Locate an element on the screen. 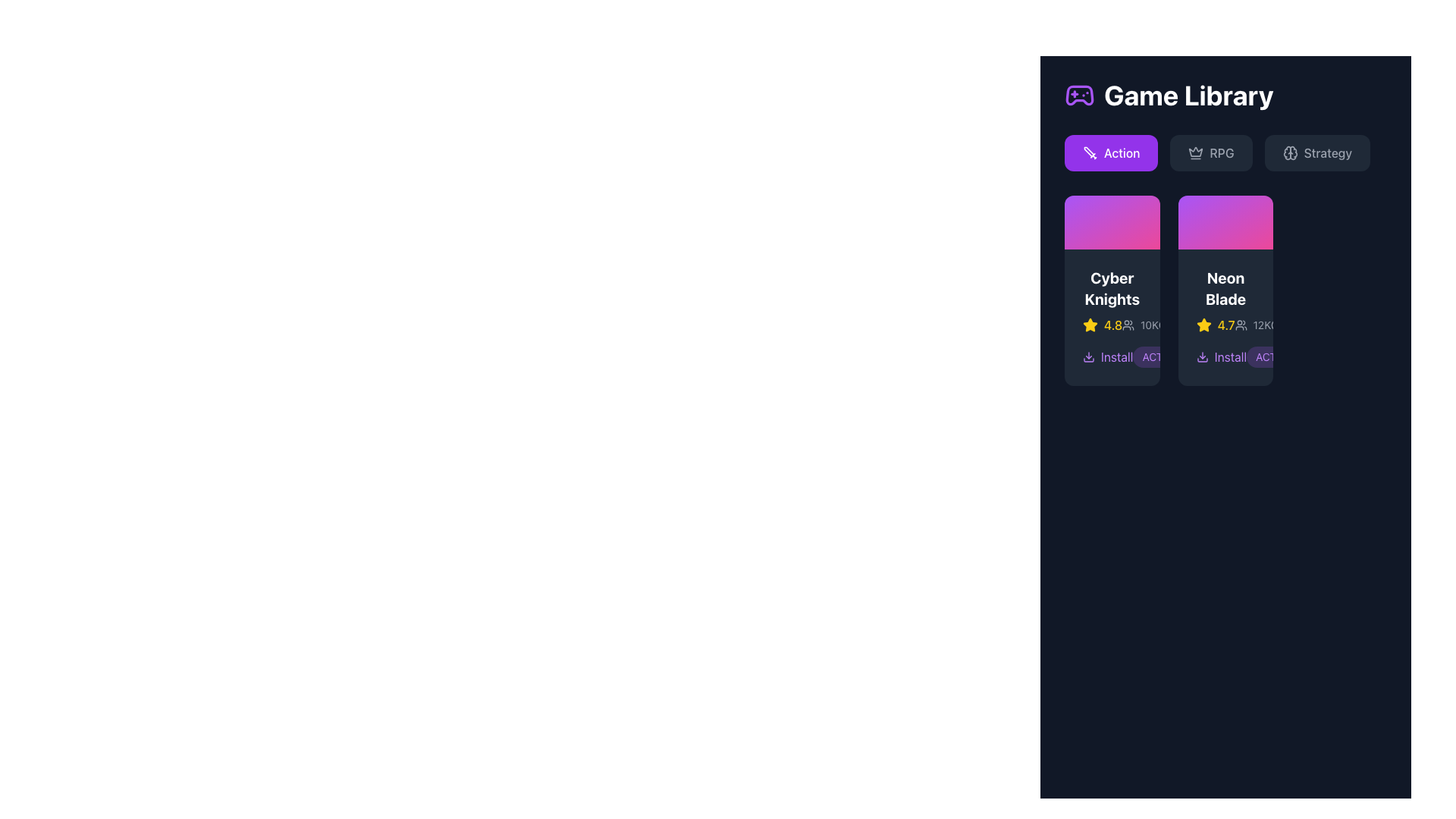 The image size is (1456, 819). the star icon representing the 4.7 rating of the 'Neon Blade' item, which is located next to the rating value is located at coordinates (1203, 324).